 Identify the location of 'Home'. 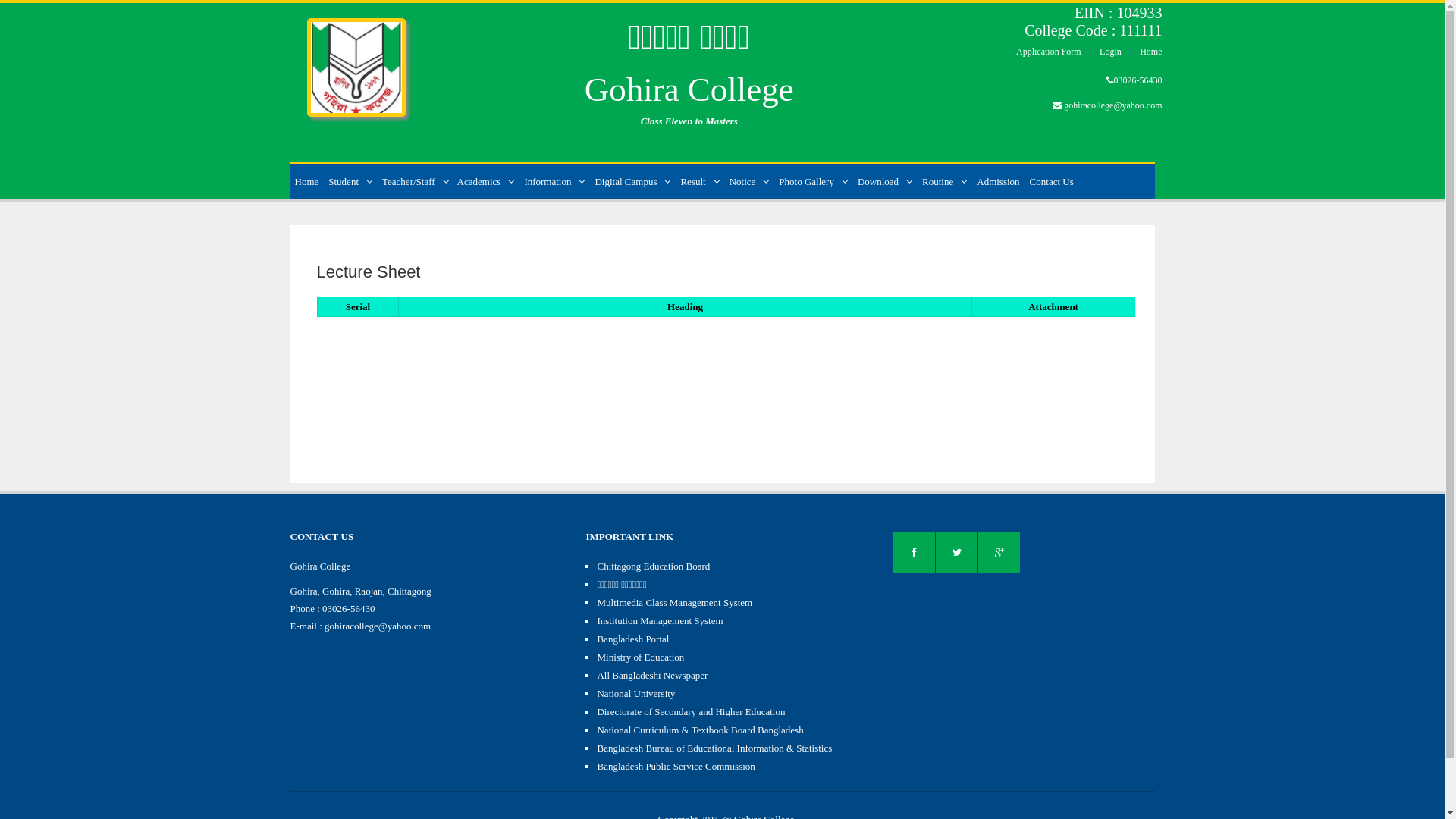
(305, 180).